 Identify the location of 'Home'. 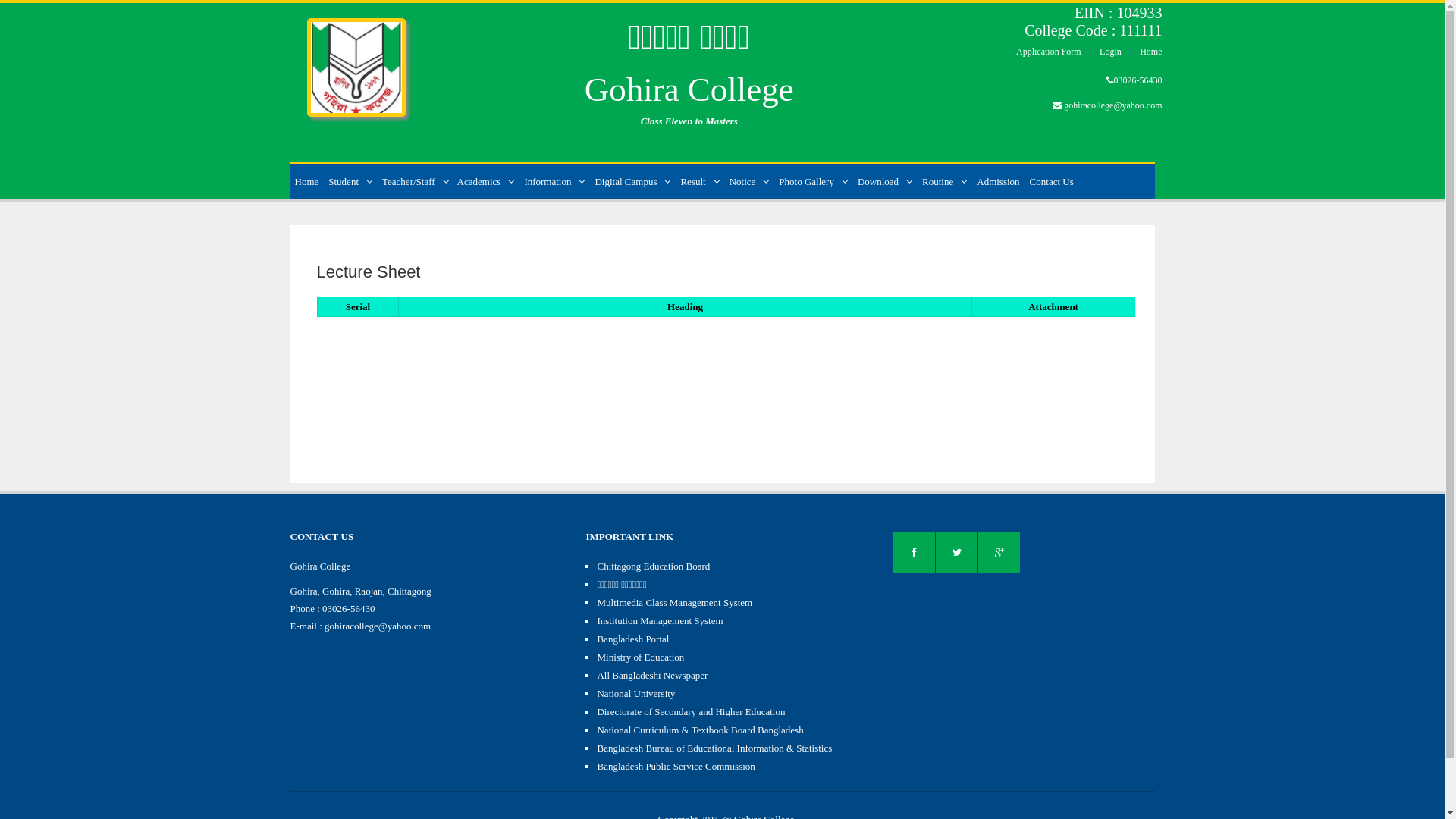
(305, 180).